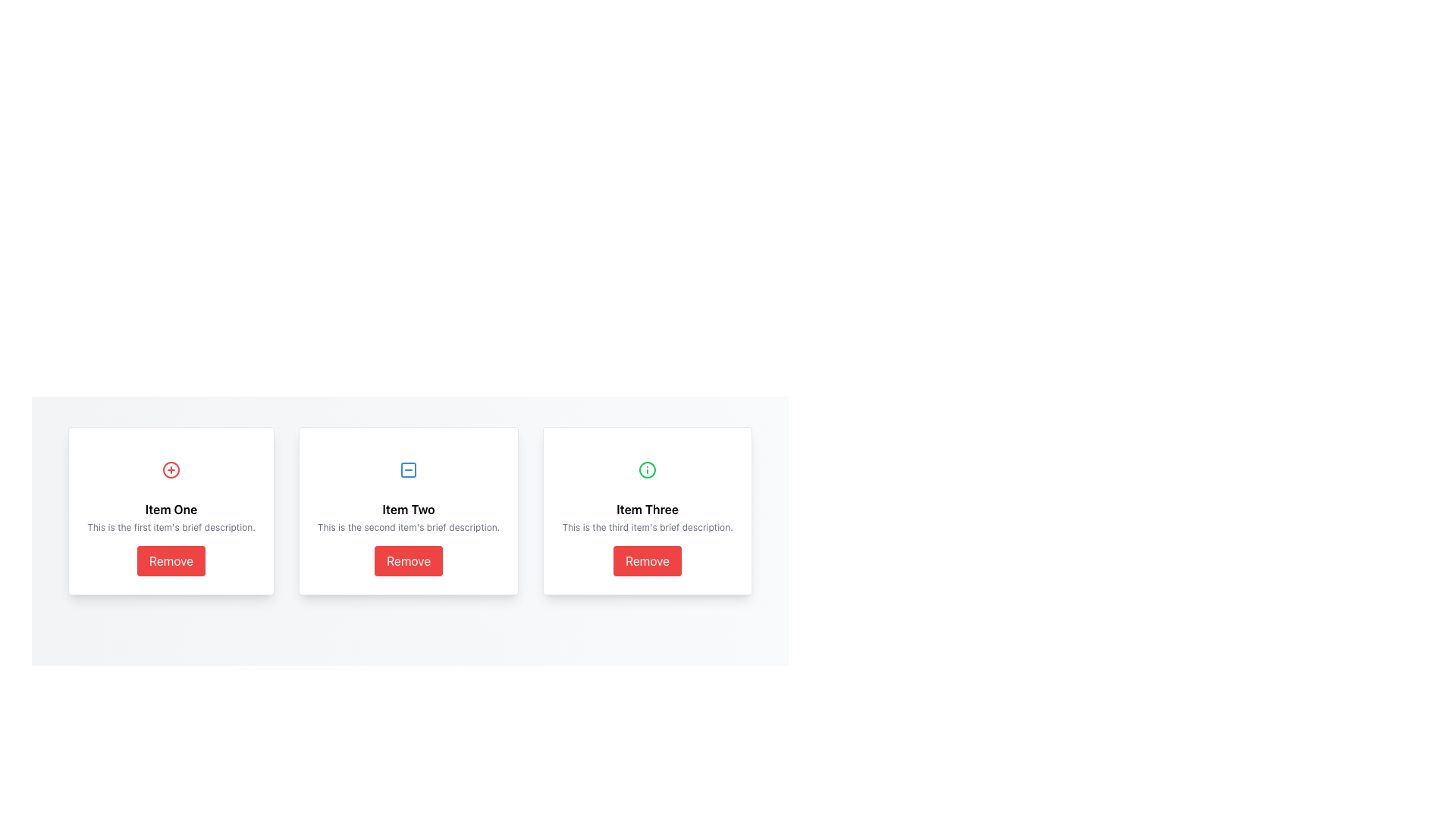 The height and width of the screenshot is (819, 1456). I want to click on the button, so click(409, 561).